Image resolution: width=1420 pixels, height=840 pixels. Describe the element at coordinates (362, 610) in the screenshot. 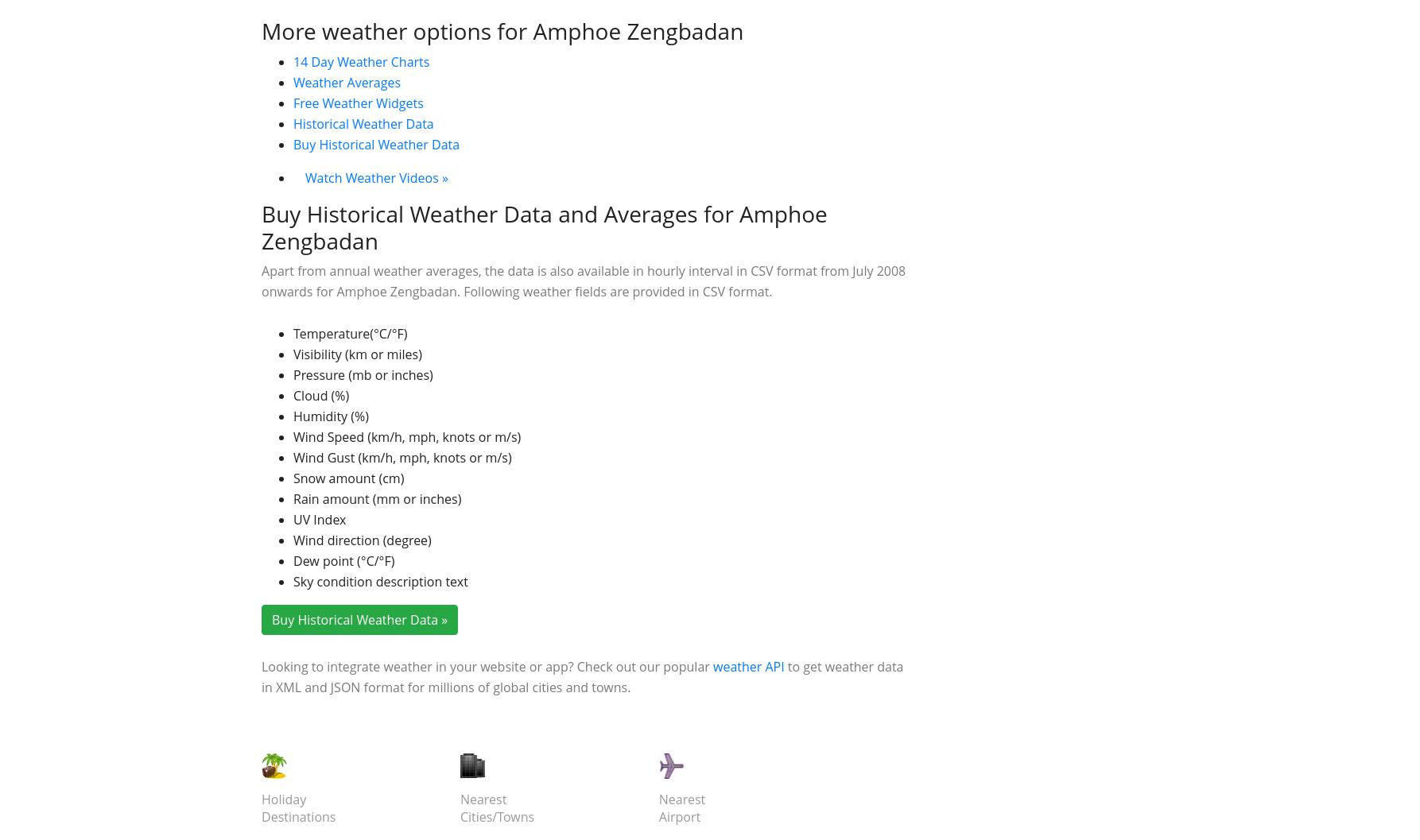

I see `'Pressure (mb or inches)'` at that location.